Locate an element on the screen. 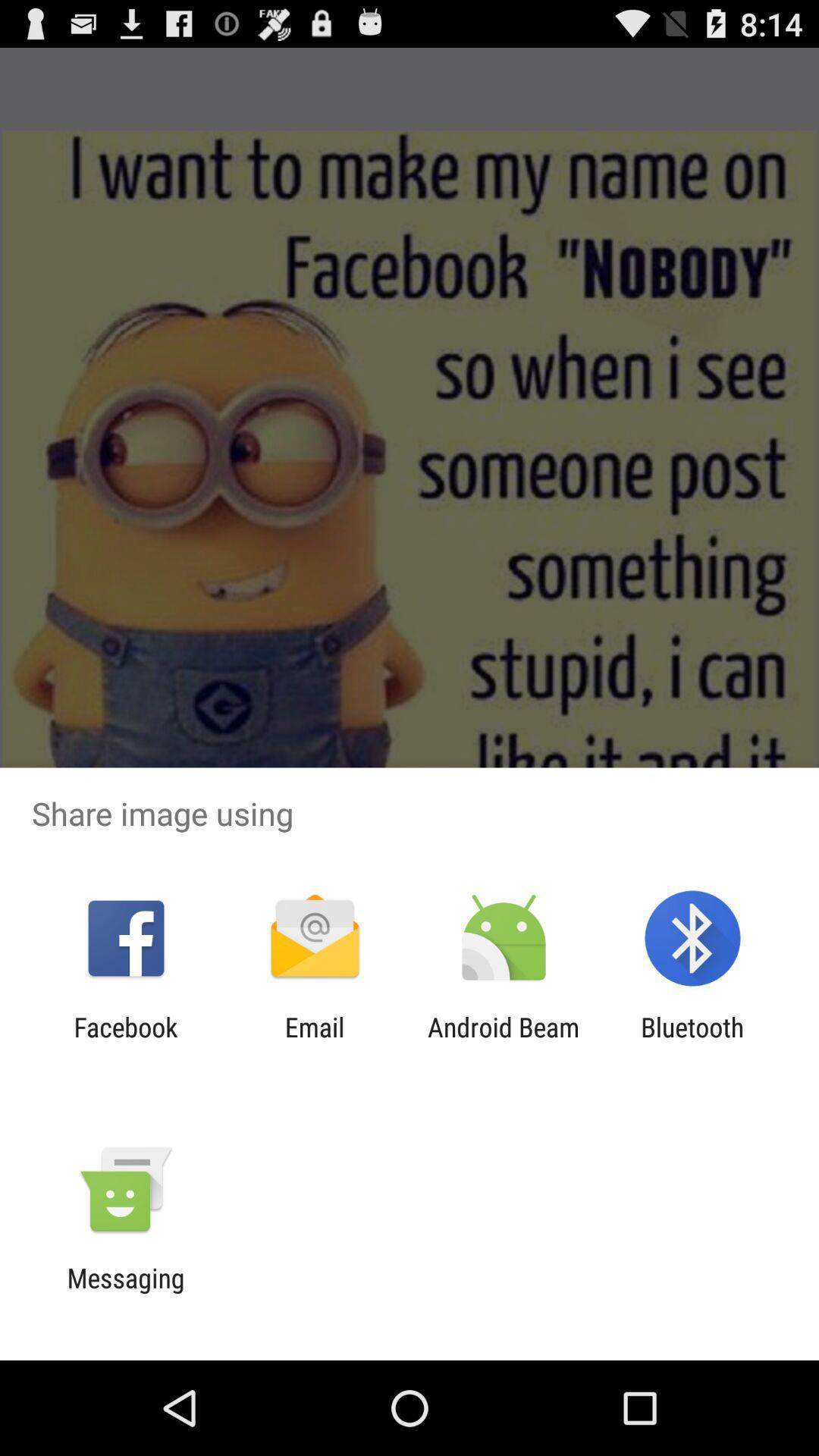 This screenshot has width=819, height=1456. icon to the left of email icon is located at coordinates (125, 1042).